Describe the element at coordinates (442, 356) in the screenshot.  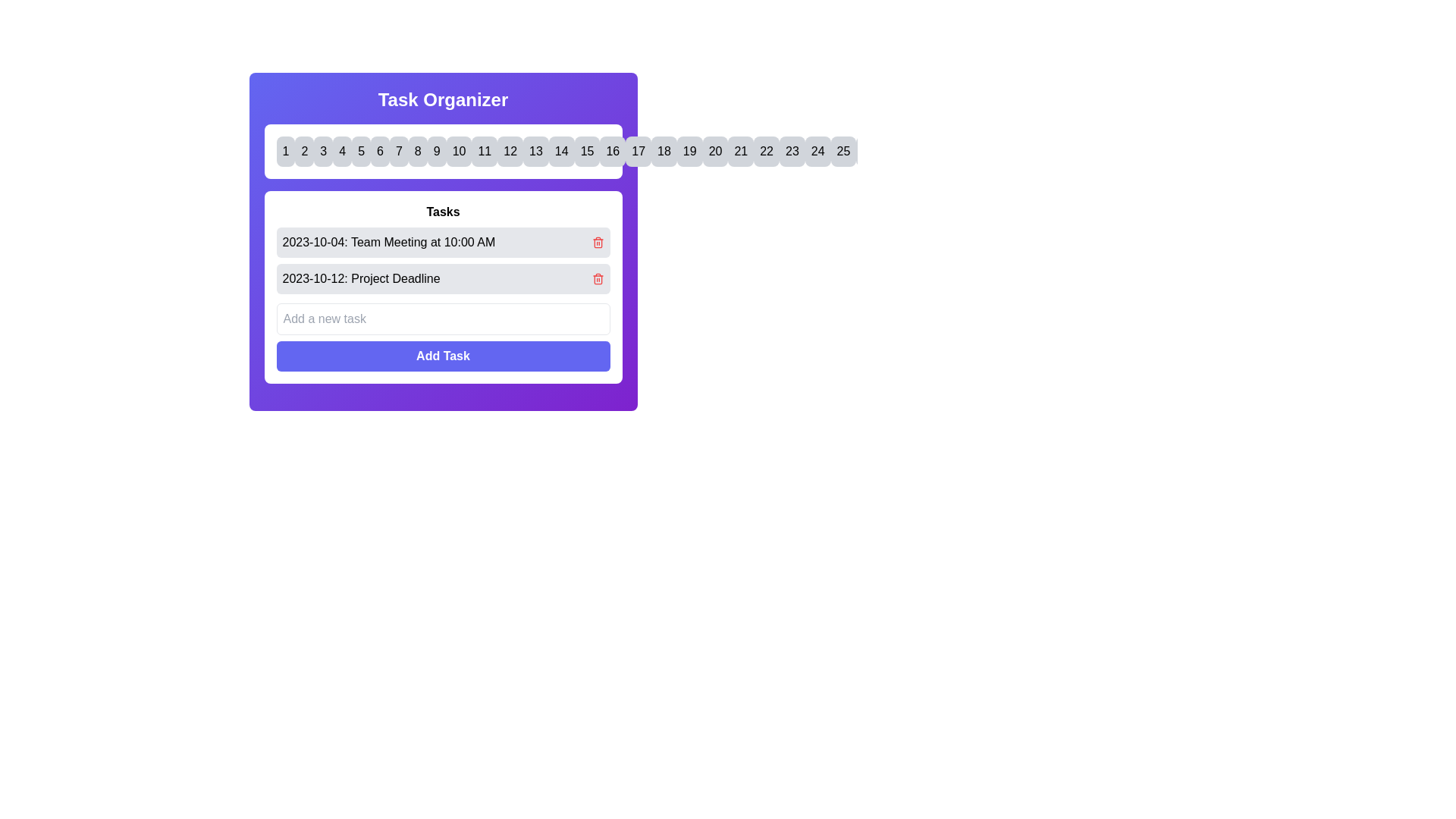
I see `the 'Add Task' button located at the bottom of the task organizer interface to observe the hover effect` at that location.